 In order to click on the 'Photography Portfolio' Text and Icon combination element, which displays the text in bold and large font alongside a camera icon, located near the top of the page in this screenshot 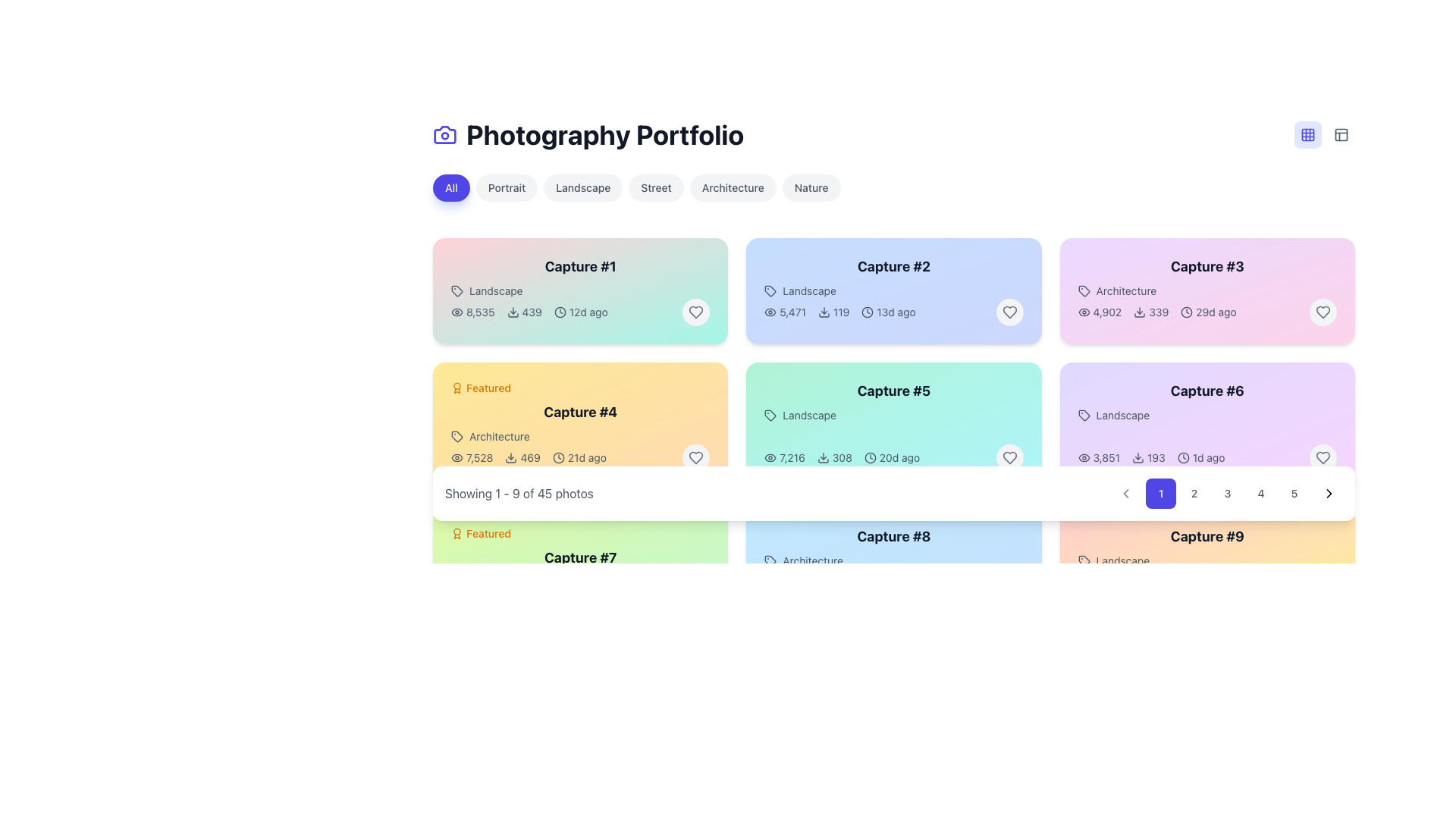, I will do `click(588, 133)`.